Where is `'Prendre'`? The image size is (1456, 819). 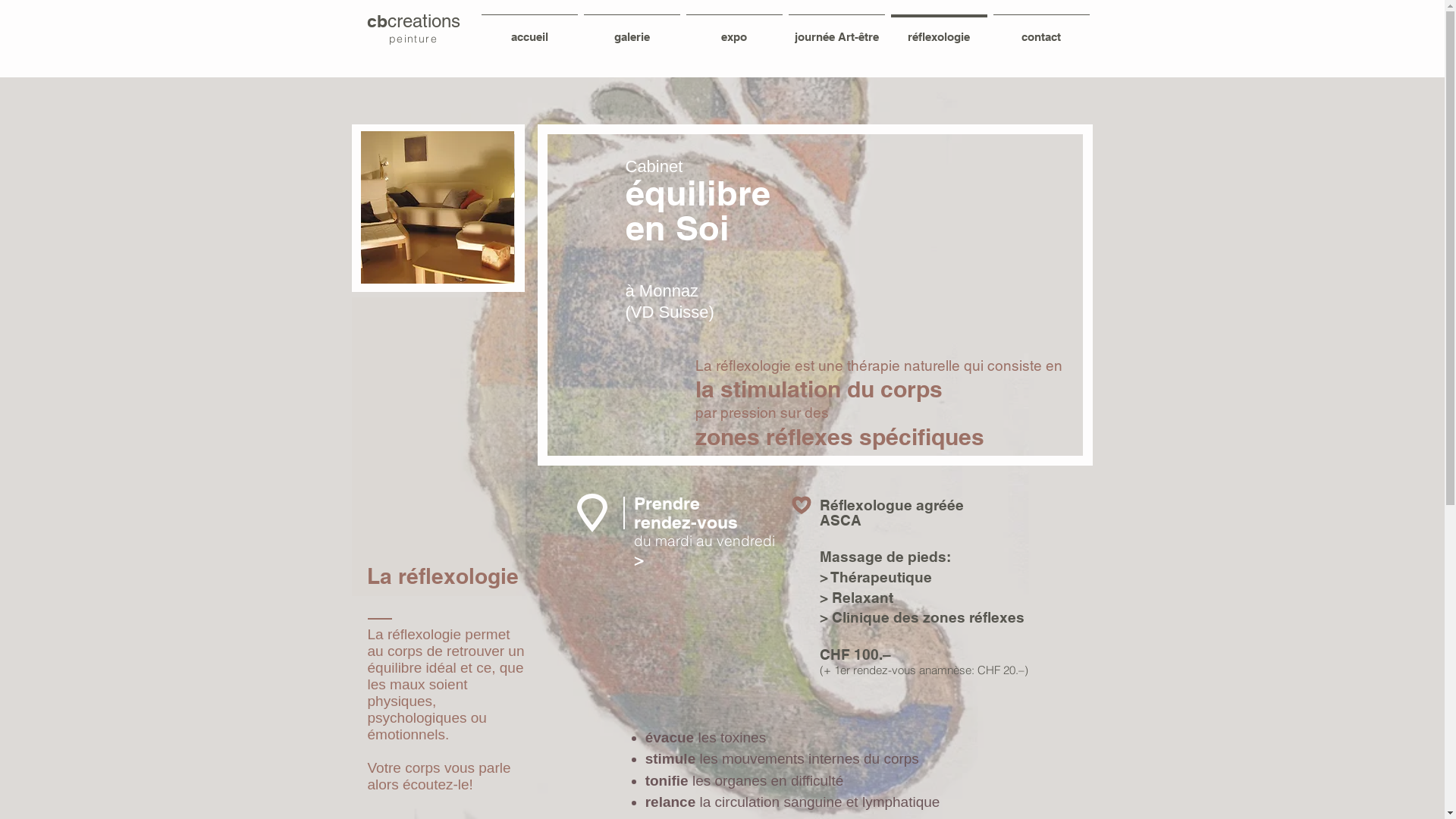
'Prendre' is located at coordinates (667, 504).